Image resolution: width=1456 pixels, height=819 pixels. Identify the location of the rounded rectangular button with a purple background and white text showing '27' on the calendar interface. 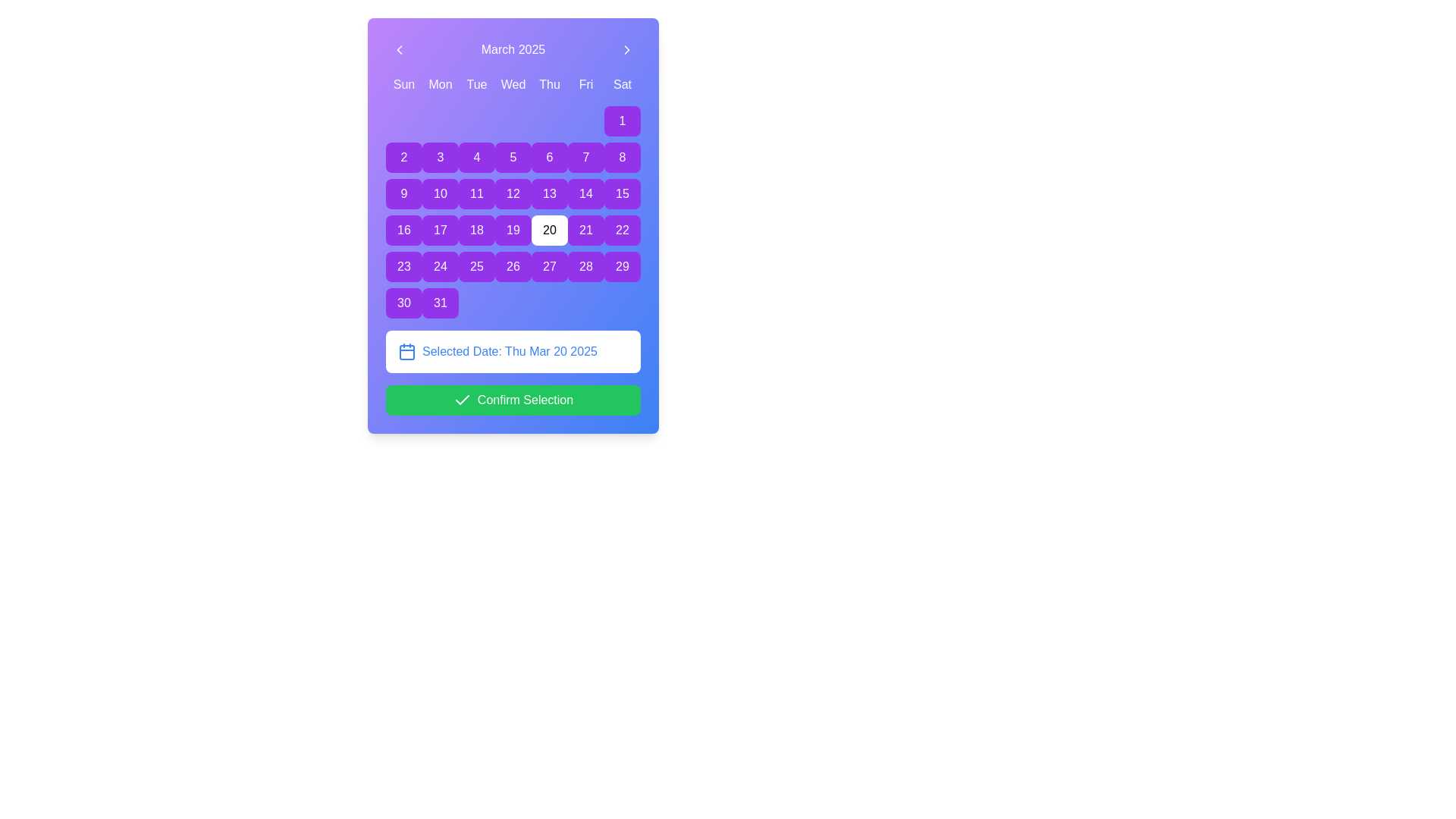
(548, 265).